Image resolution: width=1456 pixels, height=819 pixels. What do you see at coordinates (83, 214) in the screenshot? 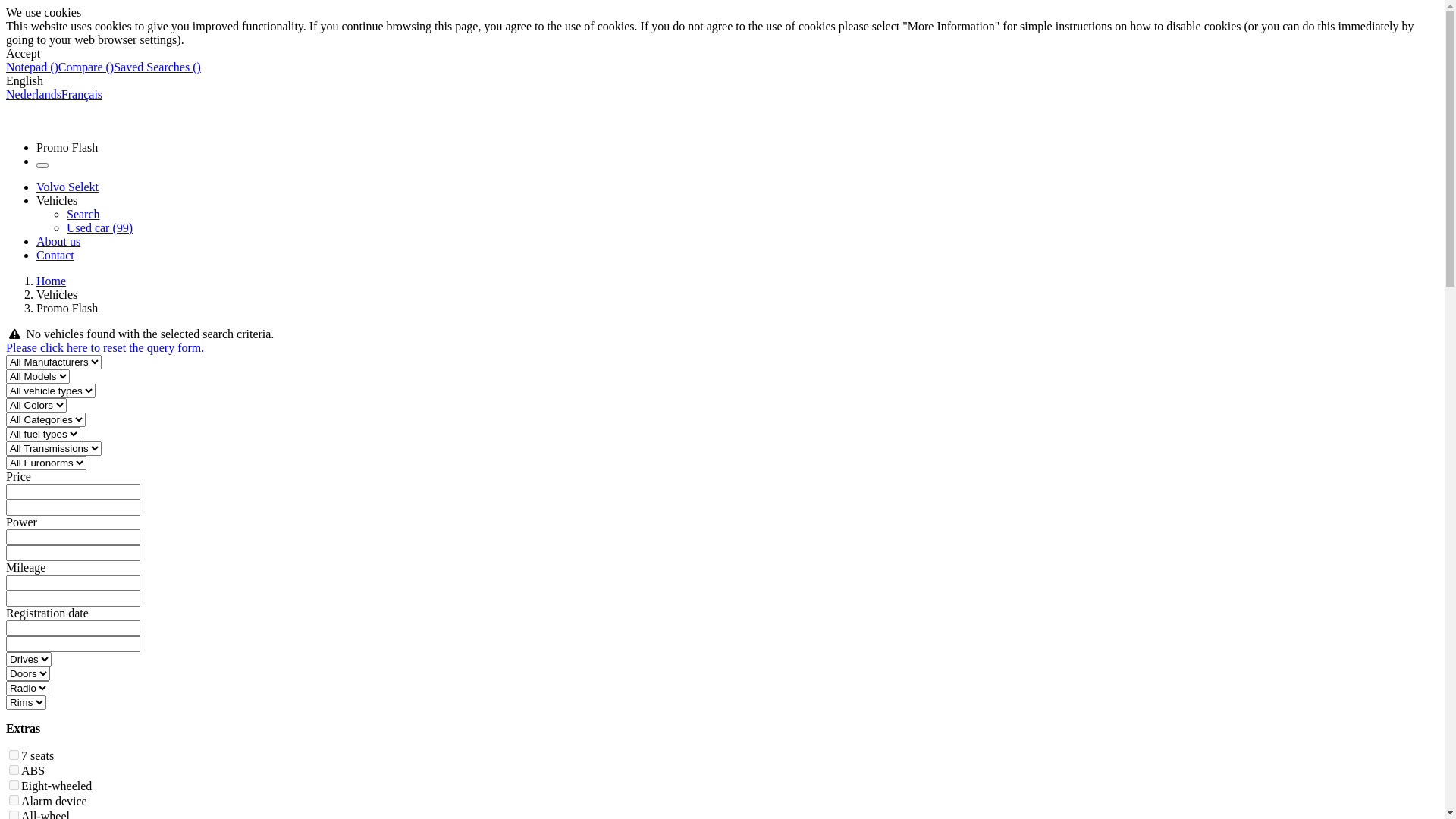
I see `'Search'` at bounding box center [83, 214].